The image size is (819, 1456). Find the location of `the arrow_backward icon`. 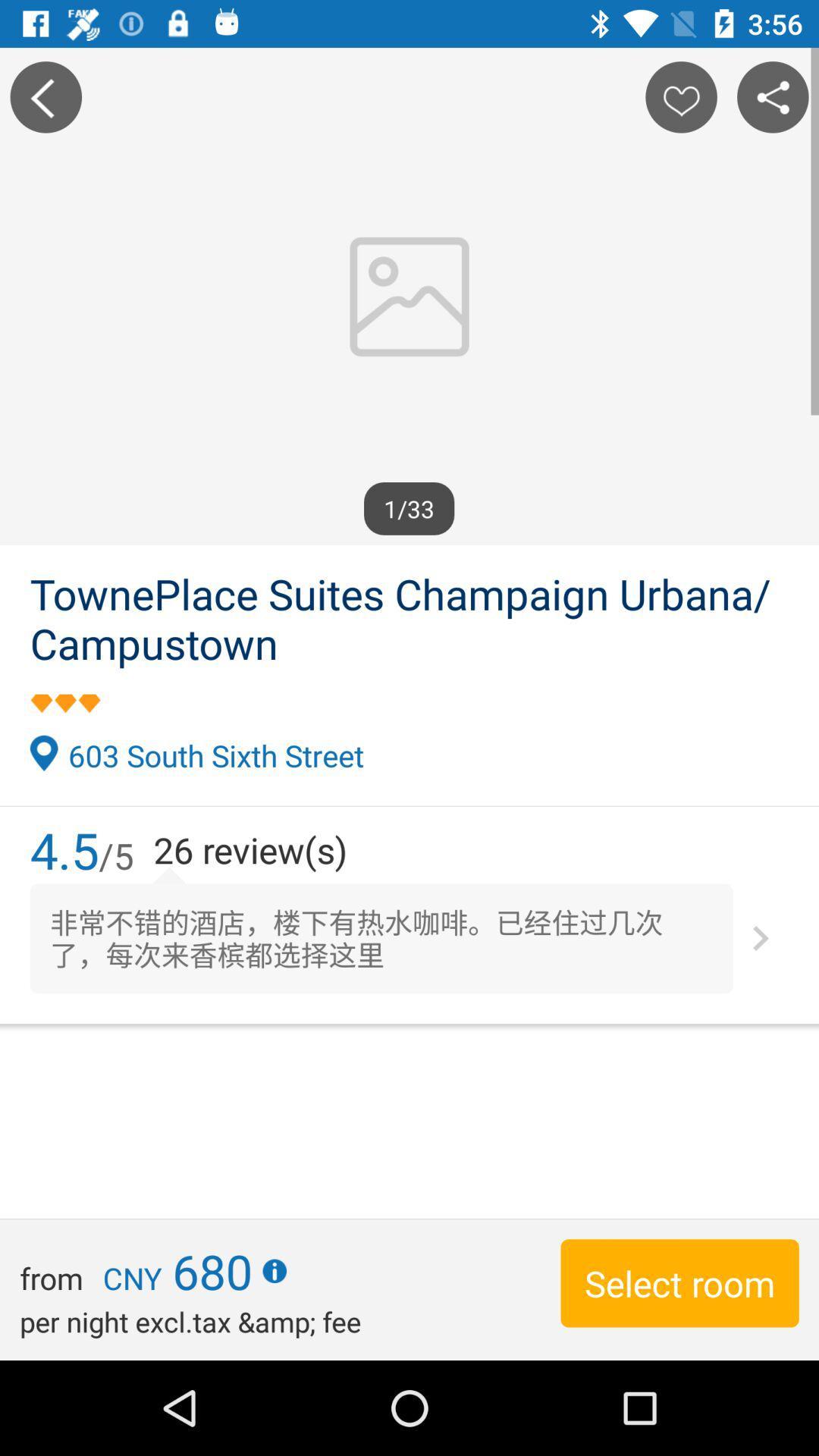

the arrow_backward icon is located at coordinates (45, 96).